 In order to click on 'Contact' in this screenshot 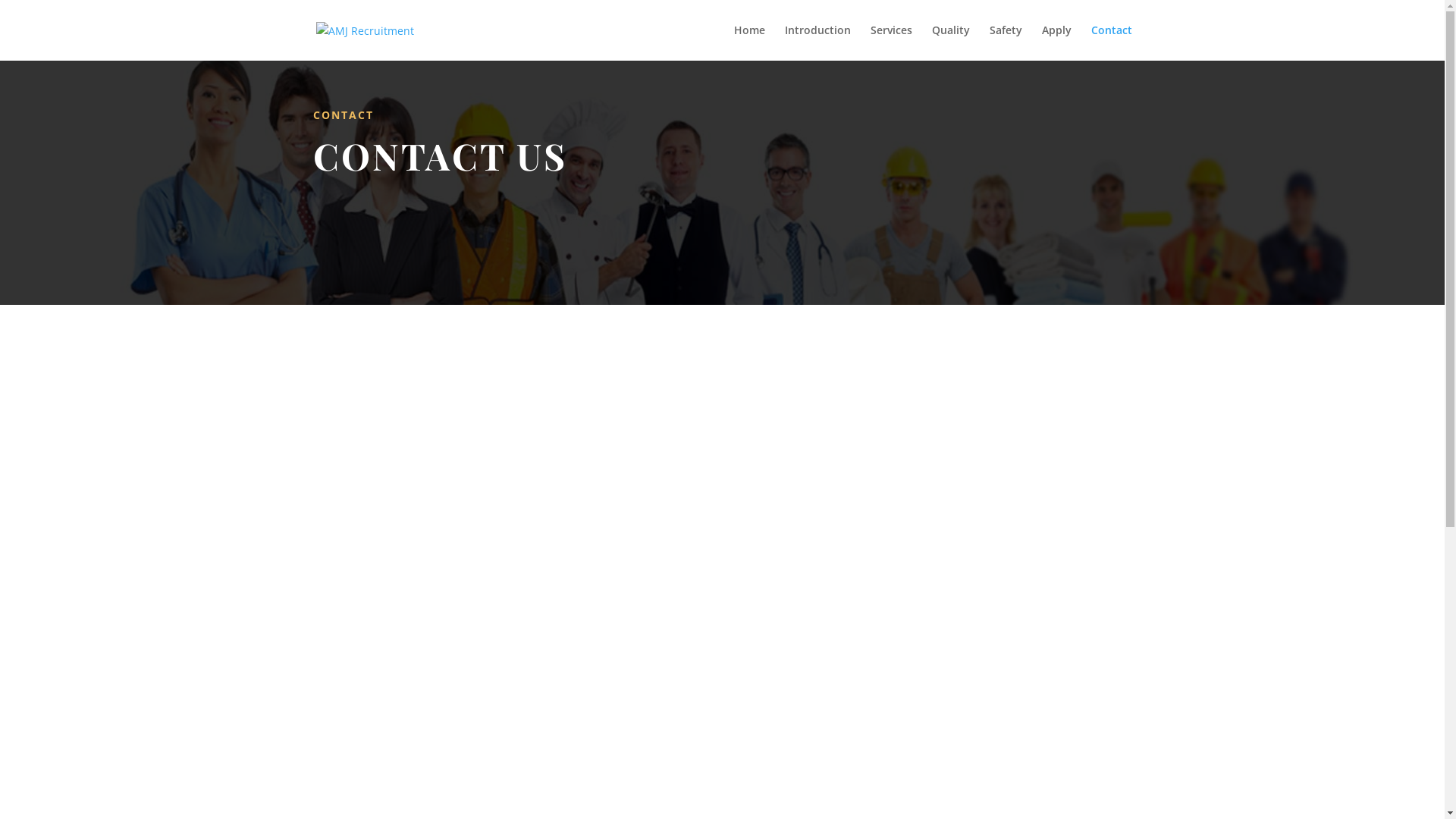, I will do `click(1110, 42)`.